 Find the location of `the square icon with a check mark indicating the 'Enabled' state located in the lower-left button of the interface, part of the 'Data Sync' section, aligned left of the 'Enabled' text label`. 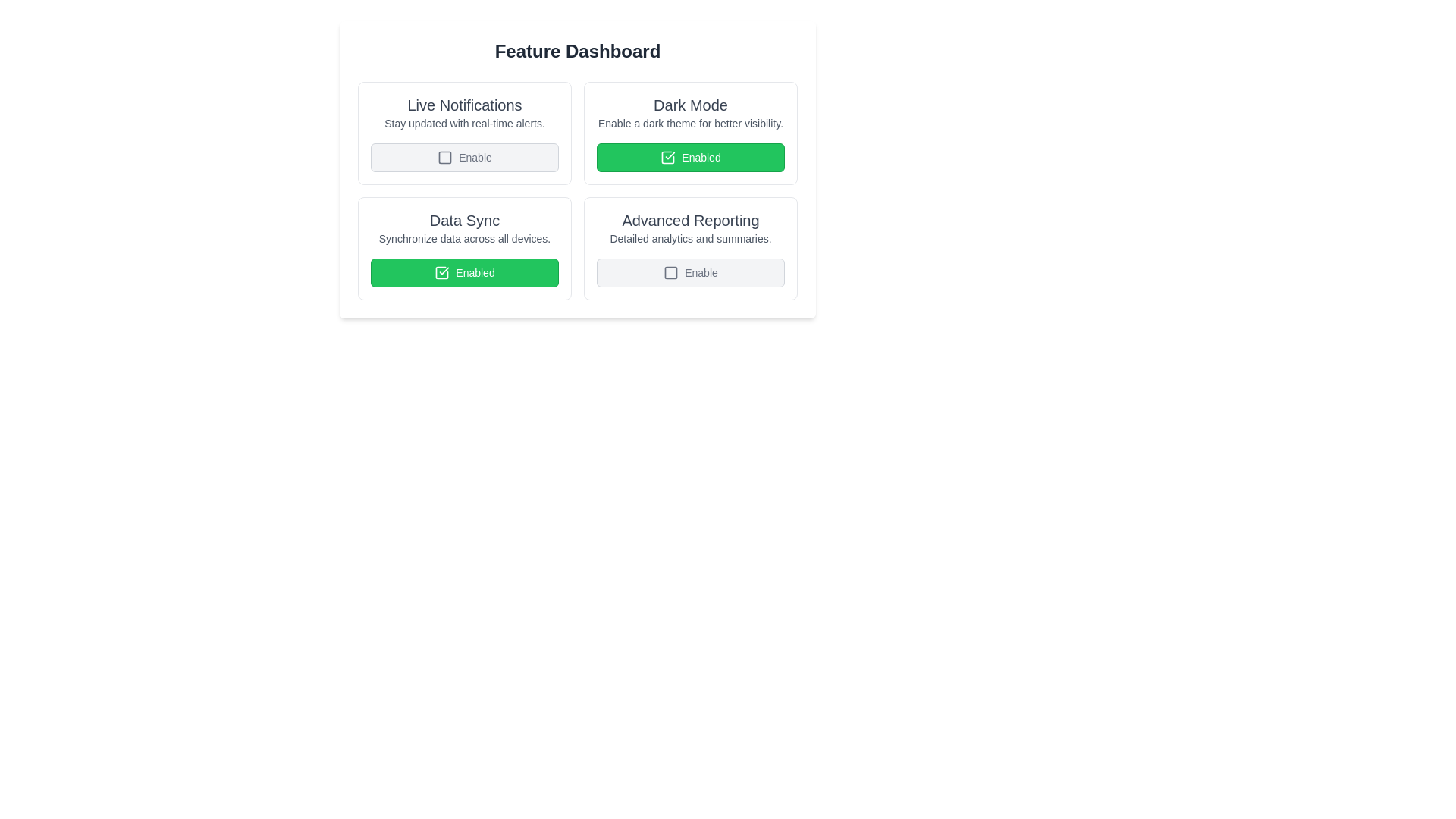

the square icon with a check mark indicating the 'Enabled' state located in the lower-left button of the interface, part of the 'Data Sync' section, aligned left of the 'Enabled' text label is located at coordinates (441, 271).